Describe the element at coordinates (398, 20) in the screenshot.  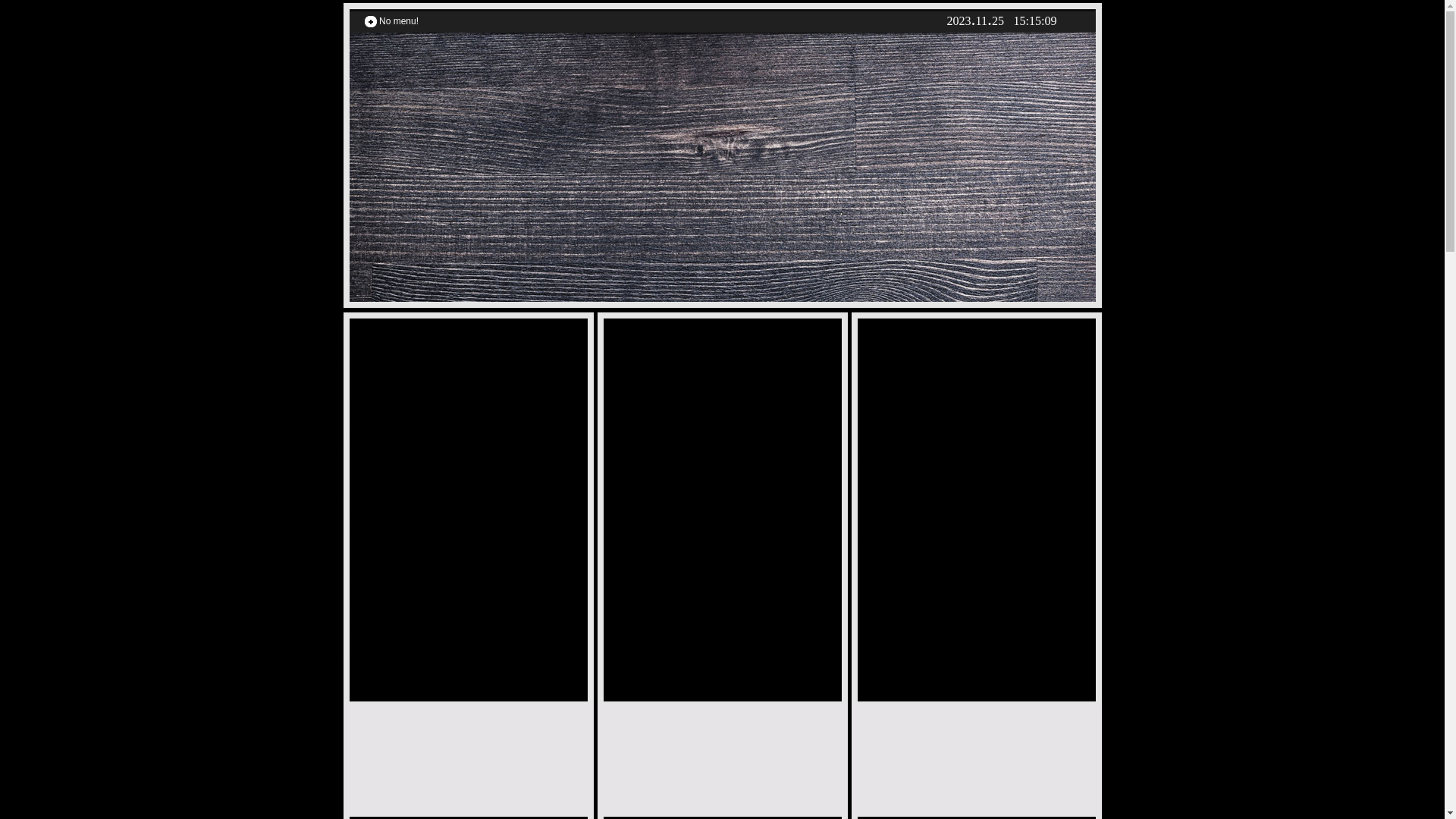
I see `'No menu!'` at that location.